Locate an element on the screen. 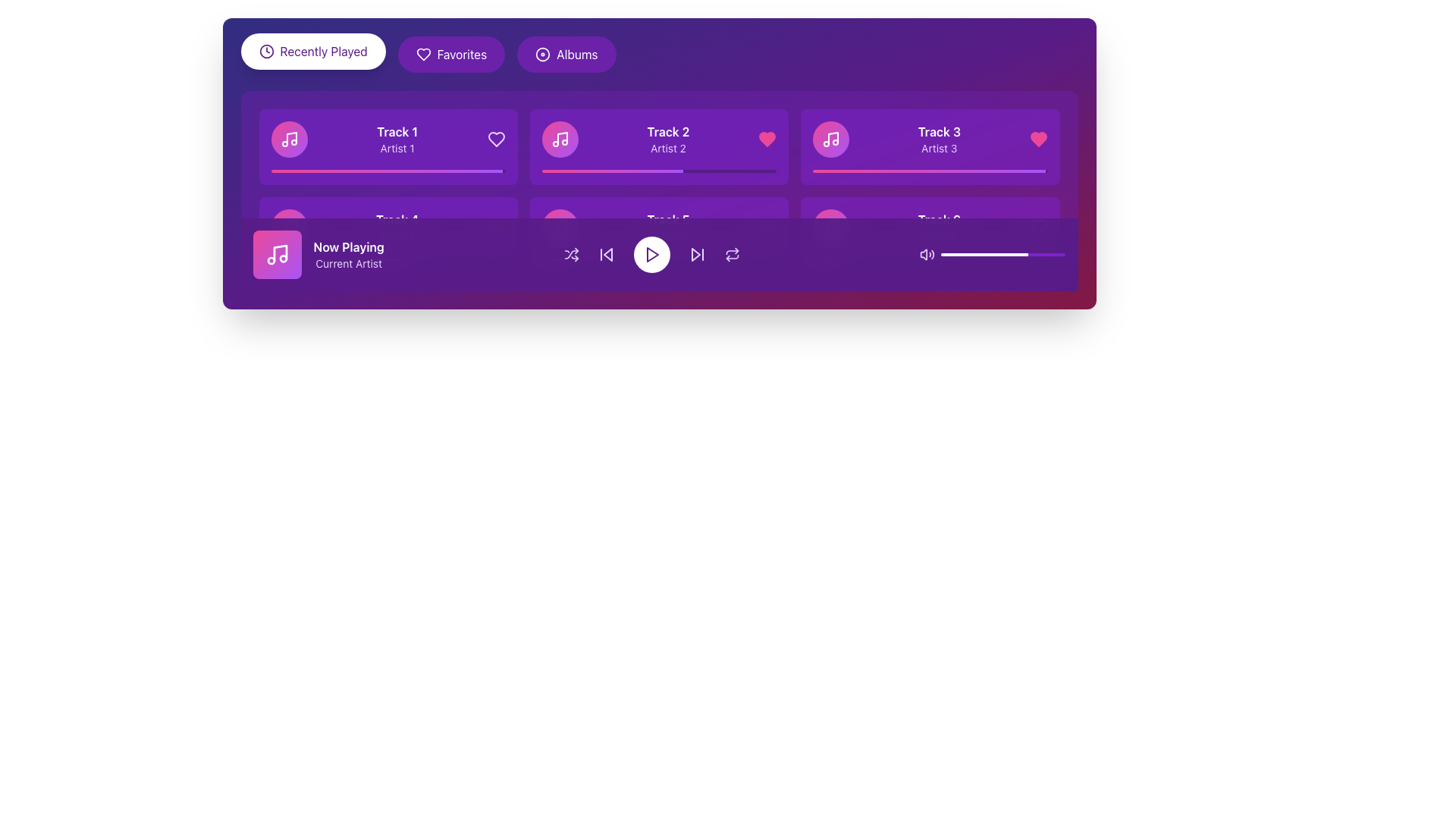 This screenshot has width=1456, height=819. the pink heart-shaped icon located in the upper-right corner of the third track tile is located at coordinates (1037, 140).